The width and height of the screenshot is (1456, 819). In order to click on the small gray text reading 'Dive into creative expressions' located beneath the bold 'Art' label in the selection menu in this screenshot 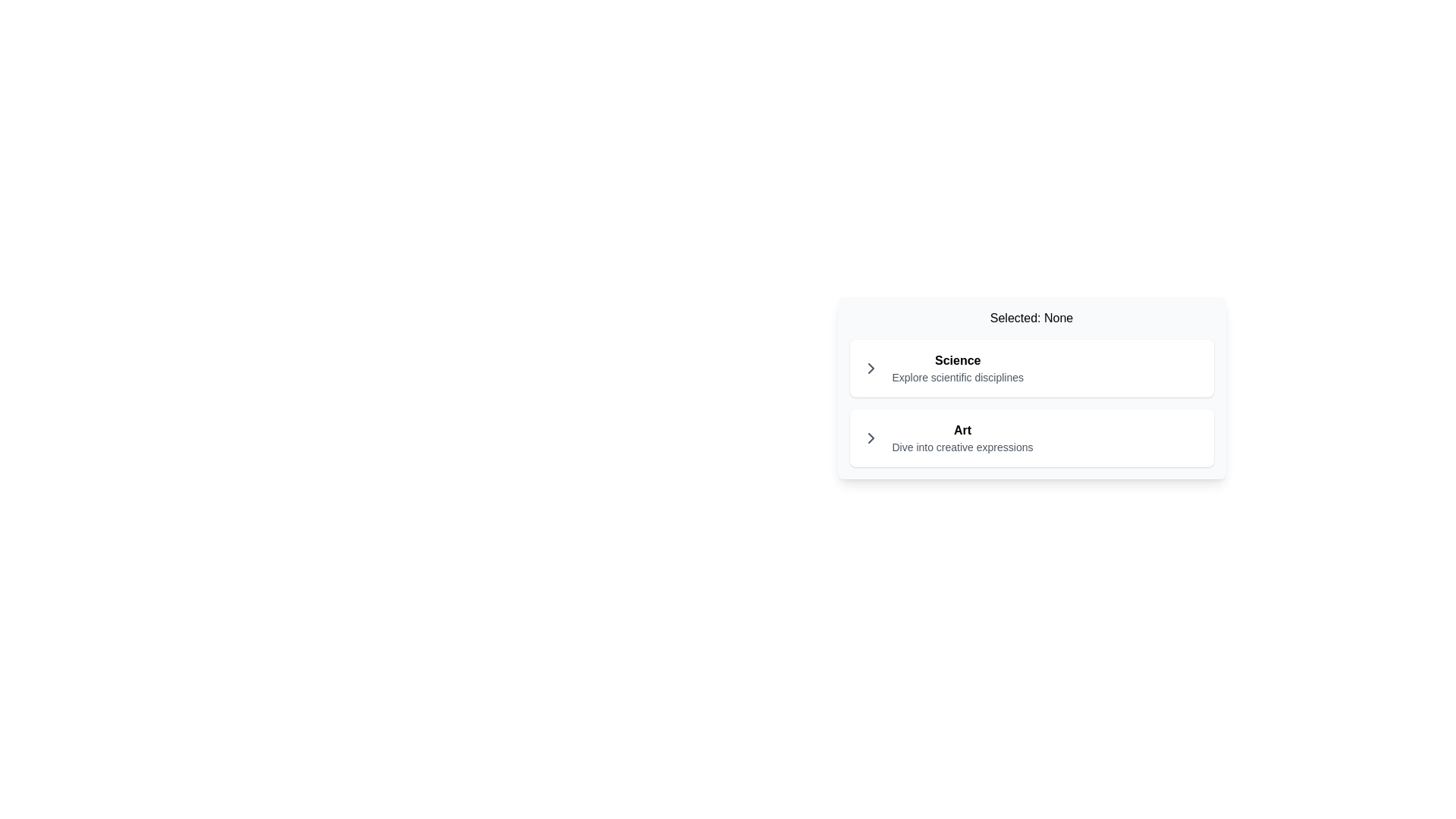, I will do `click(962, 447)`.